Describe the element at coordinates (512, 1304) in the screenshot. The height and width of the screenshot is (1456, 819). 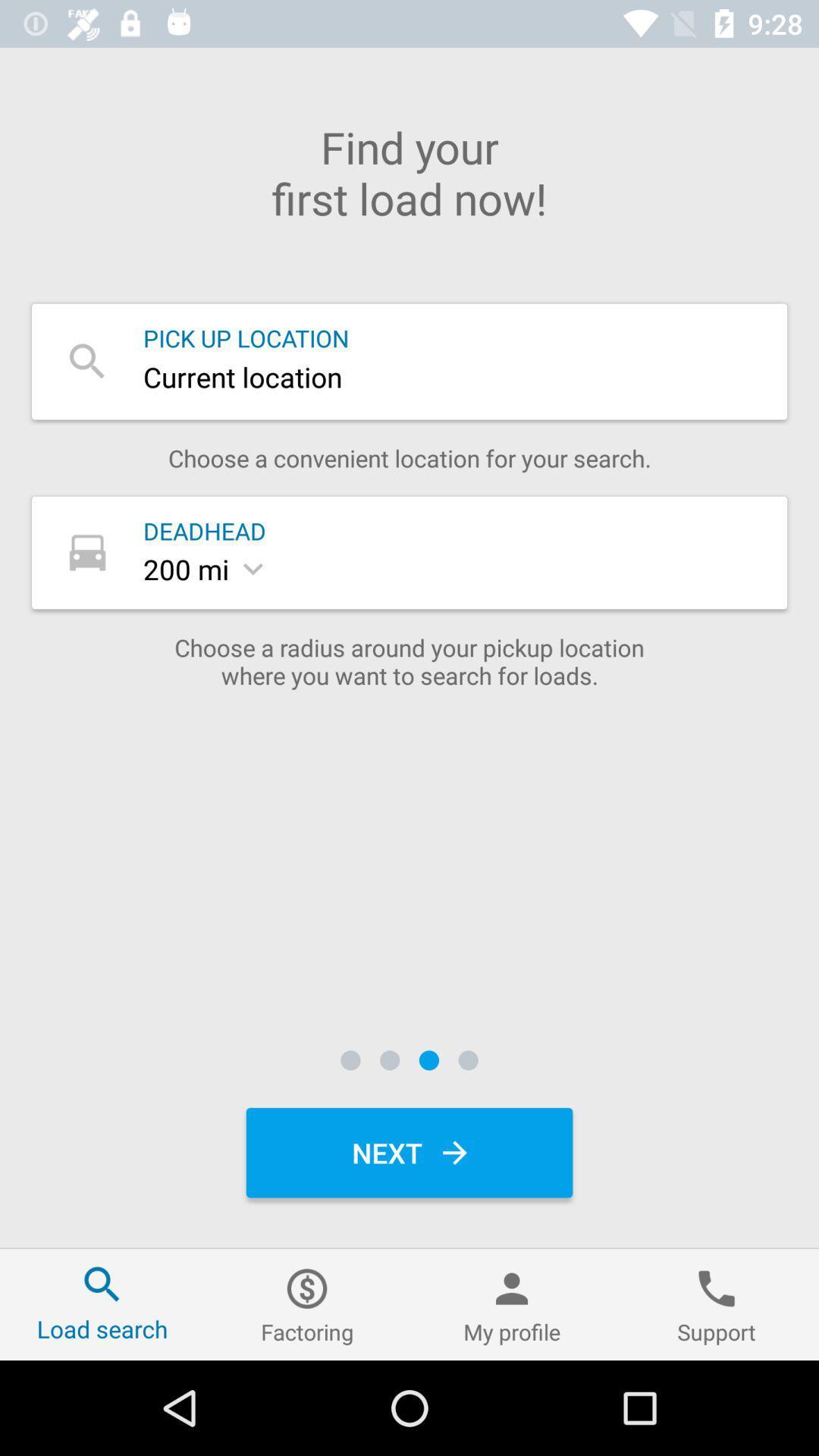
I see `the item to the right of the factoring icon` at that location.